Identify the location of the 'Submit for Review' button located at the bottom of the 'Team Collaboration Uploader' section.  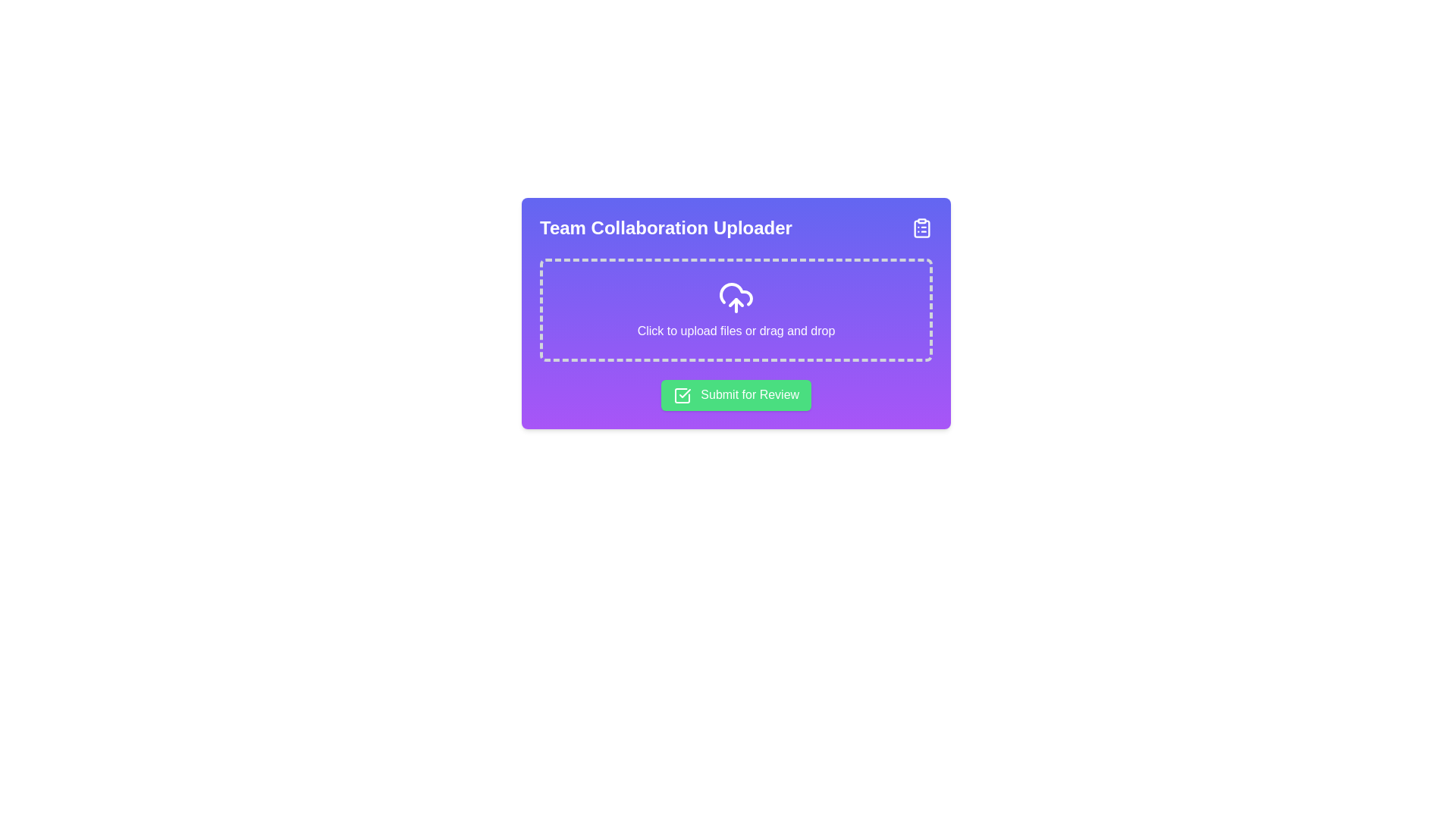
(736, 366).